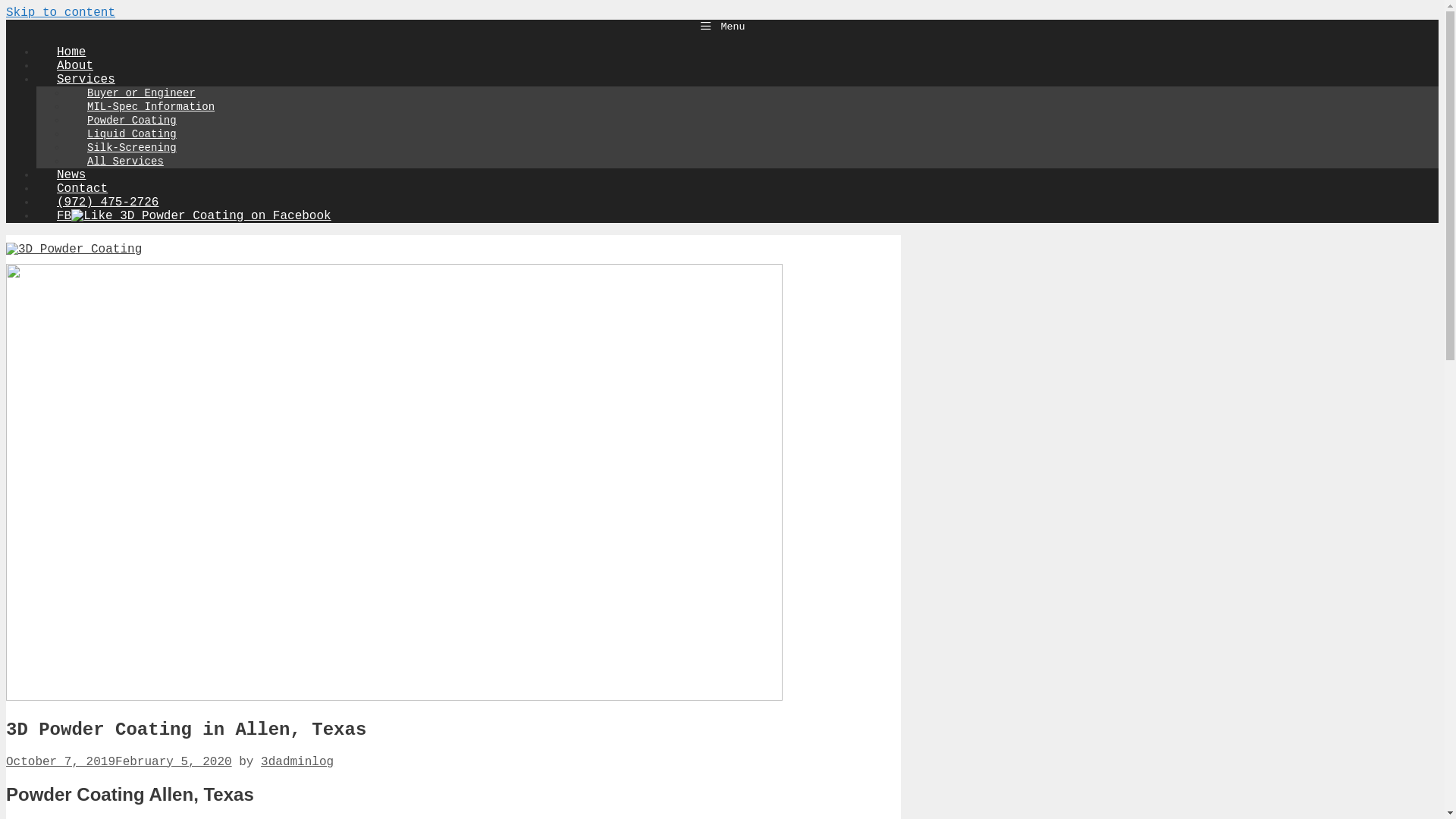  Describe the element at coordinates (141, 93) in the screenshot. I see `'Buyer or Engineer'` at that location.